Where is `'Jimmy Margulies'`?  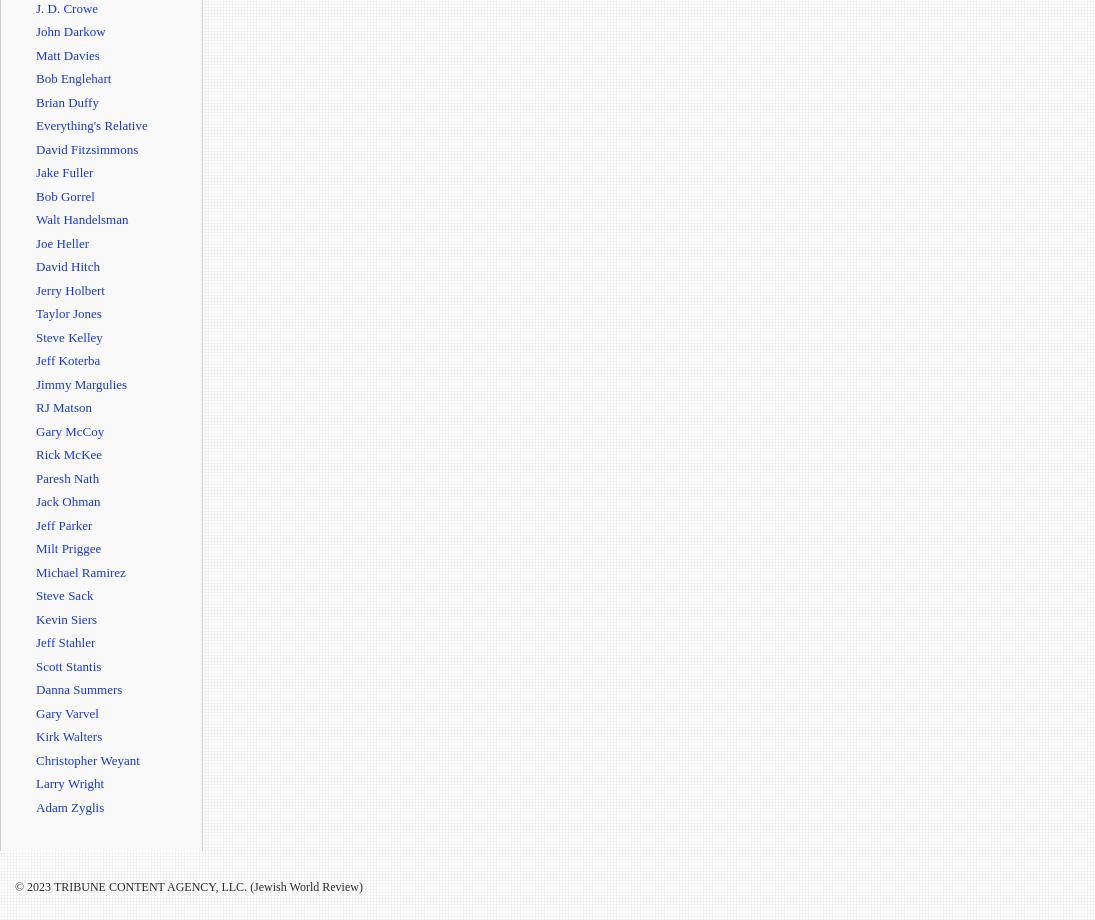 'Jimmy Margulies' is located at coordinates (80, 382).